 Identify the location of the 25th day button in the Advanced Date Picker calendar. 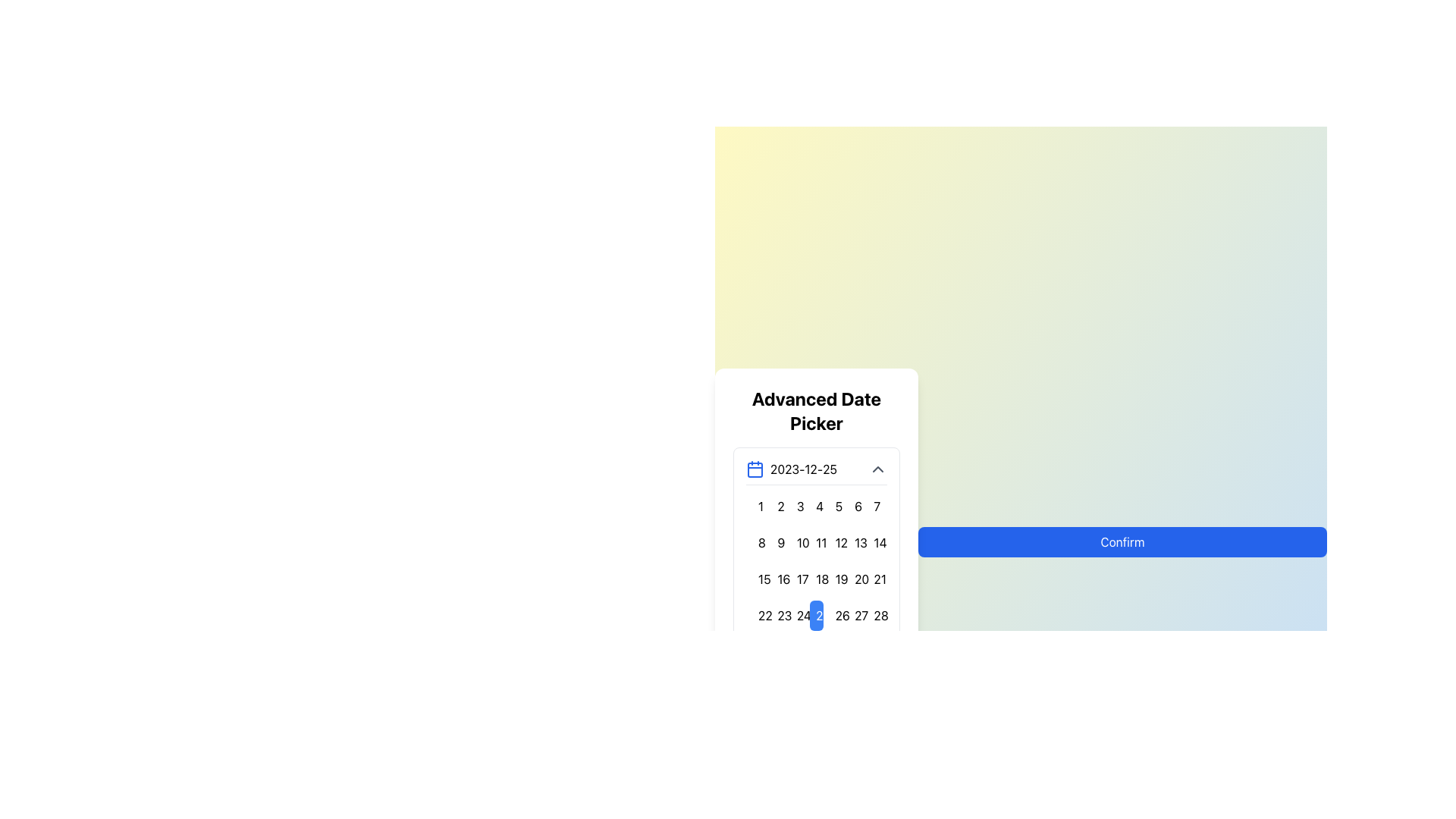
(815, 615).